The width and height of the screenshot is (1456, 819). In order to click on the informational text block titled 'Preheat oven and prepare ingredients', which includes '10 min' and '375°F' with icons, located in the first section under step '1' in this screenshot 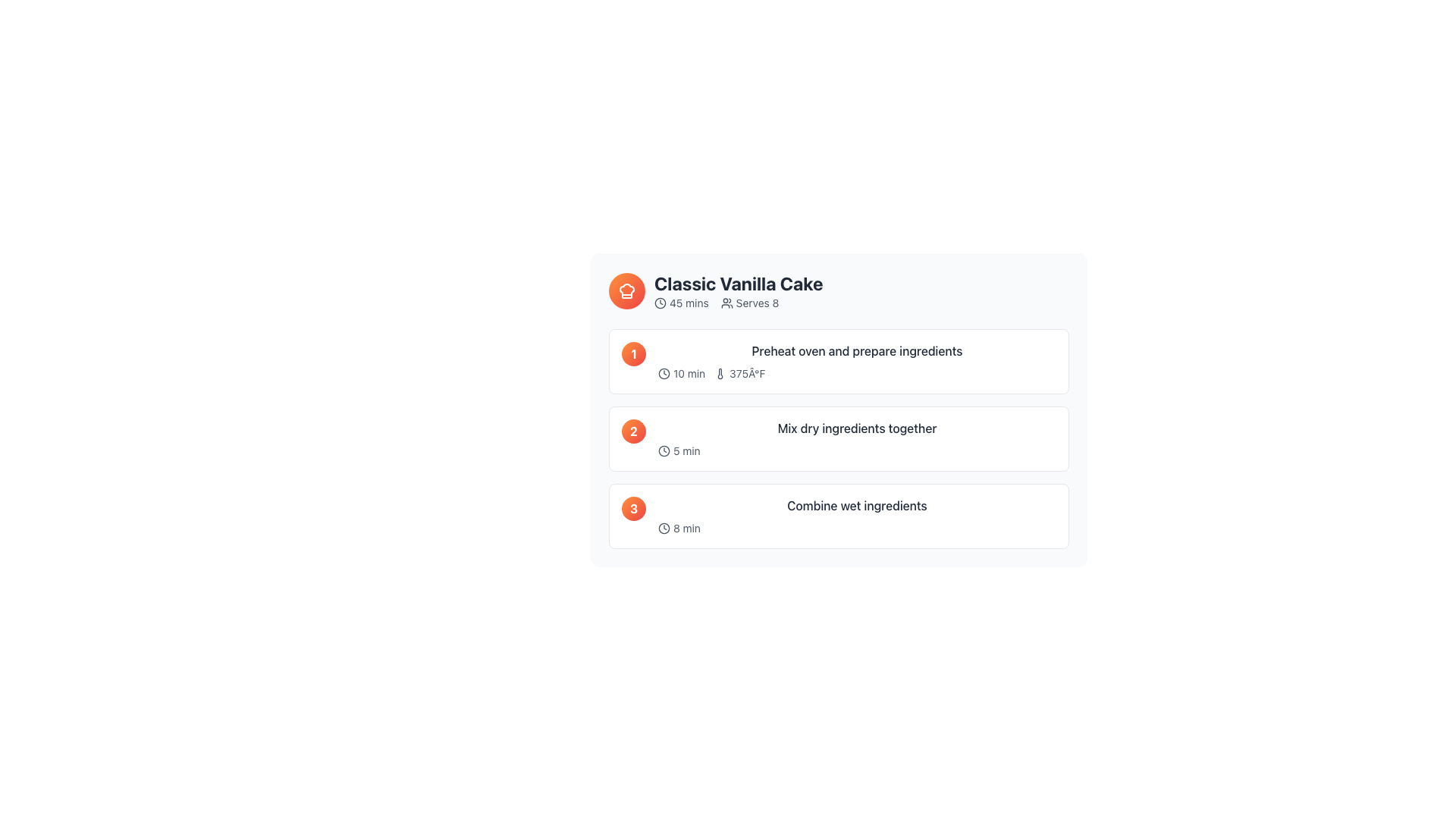, I will do `click(857, 362)`.